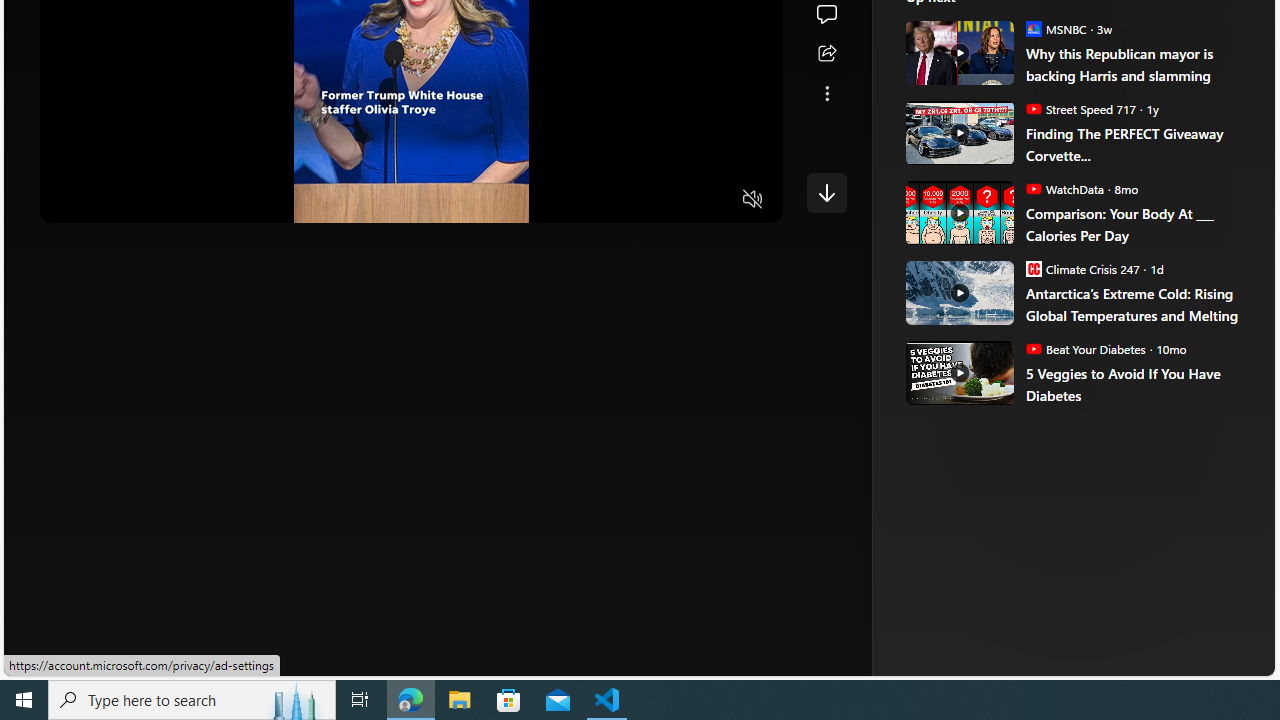 The image size is (1280, 720). Describe the element at coordinates (826, 53) in the screenshot. I see `'Share this story'` at that location.